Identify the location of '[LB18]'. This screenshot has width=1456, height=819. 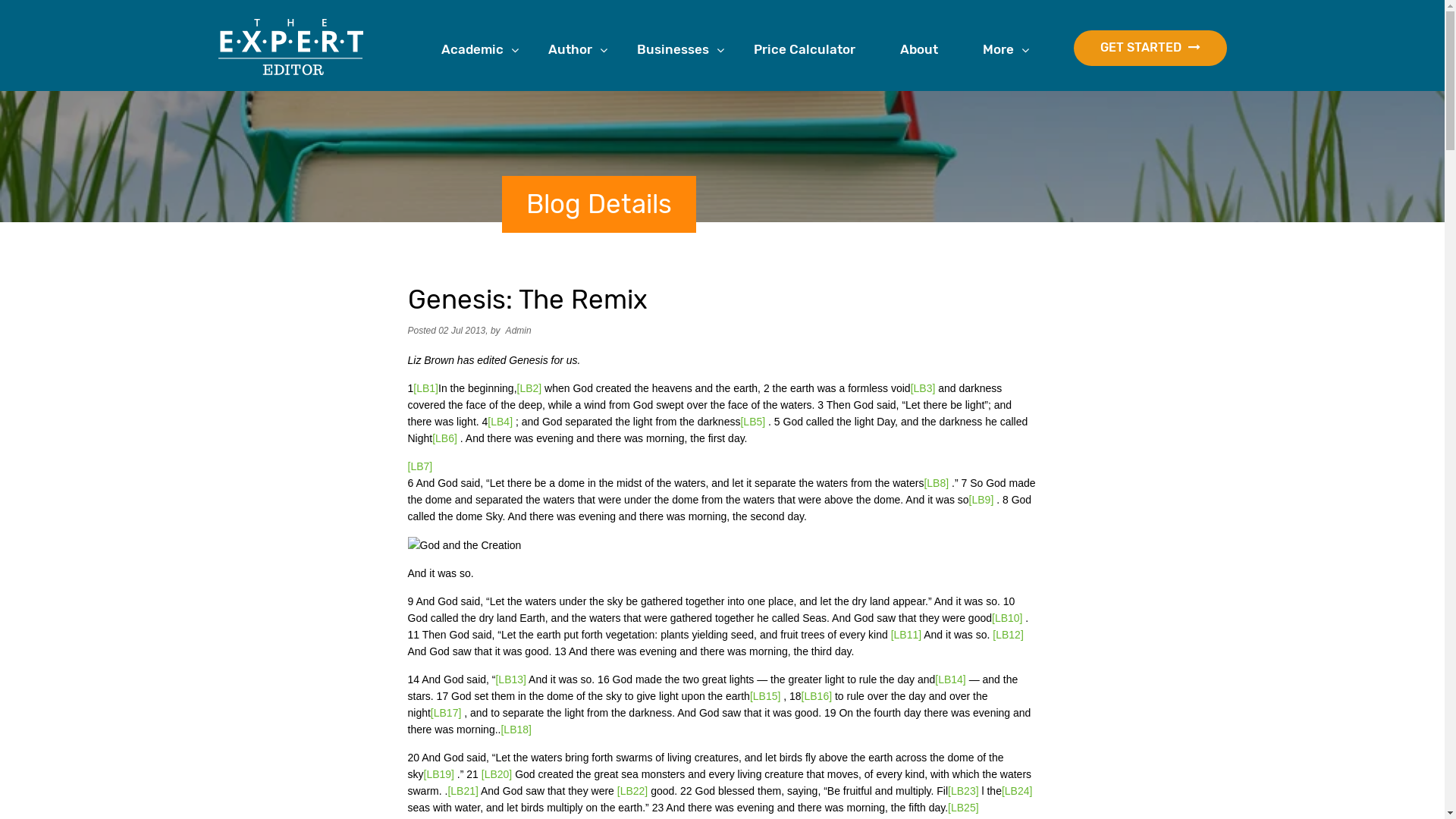
(516, 728).